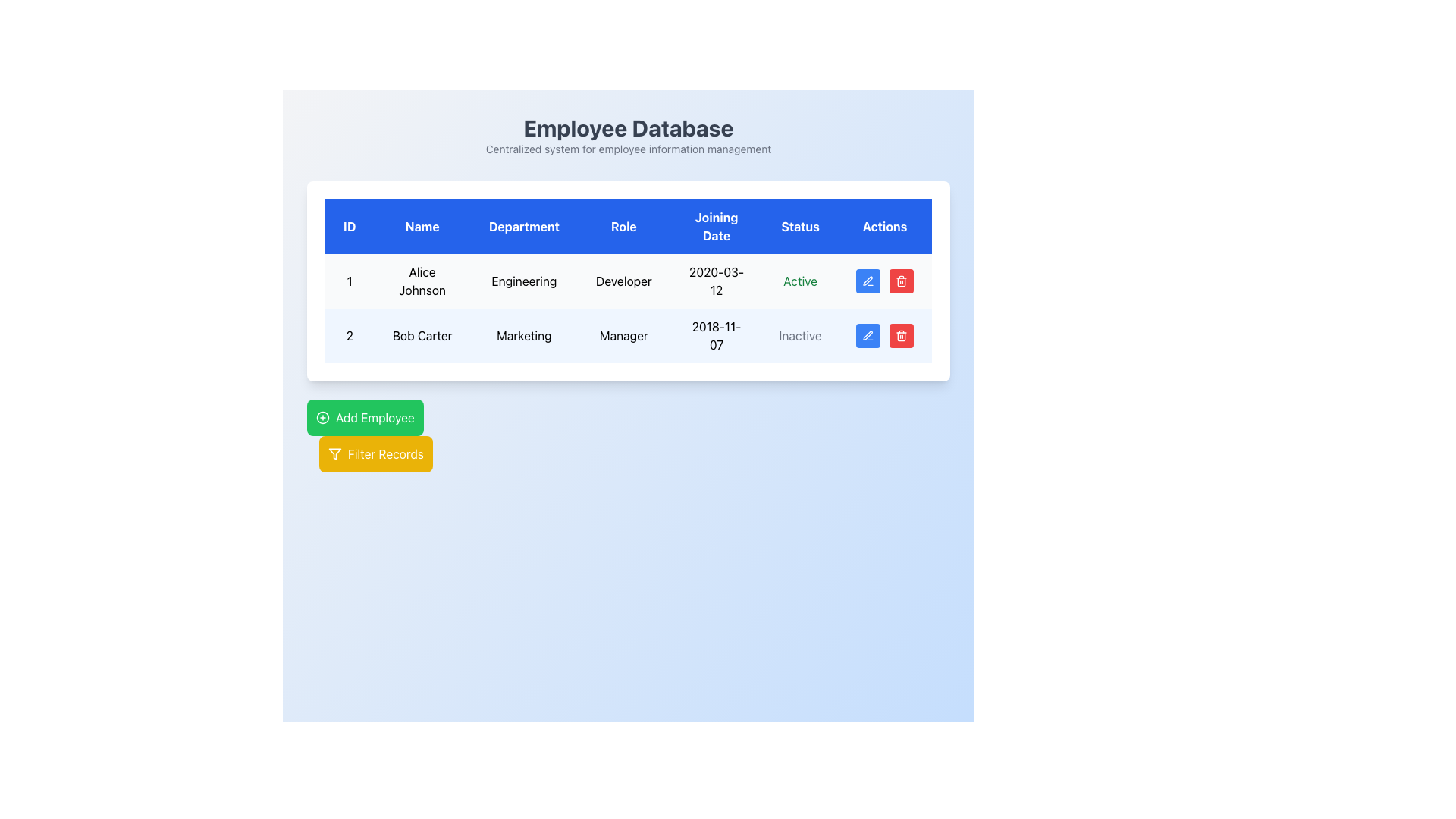 This screenshot has width=1456, height=819. What do you see at coordinates (629, 127) in the screenshot?
I see `the Text Label that serves as the title for the interface, positioned above the sibling element containing 'Centralized system for employee information management'` at bounding box center [629, 127].